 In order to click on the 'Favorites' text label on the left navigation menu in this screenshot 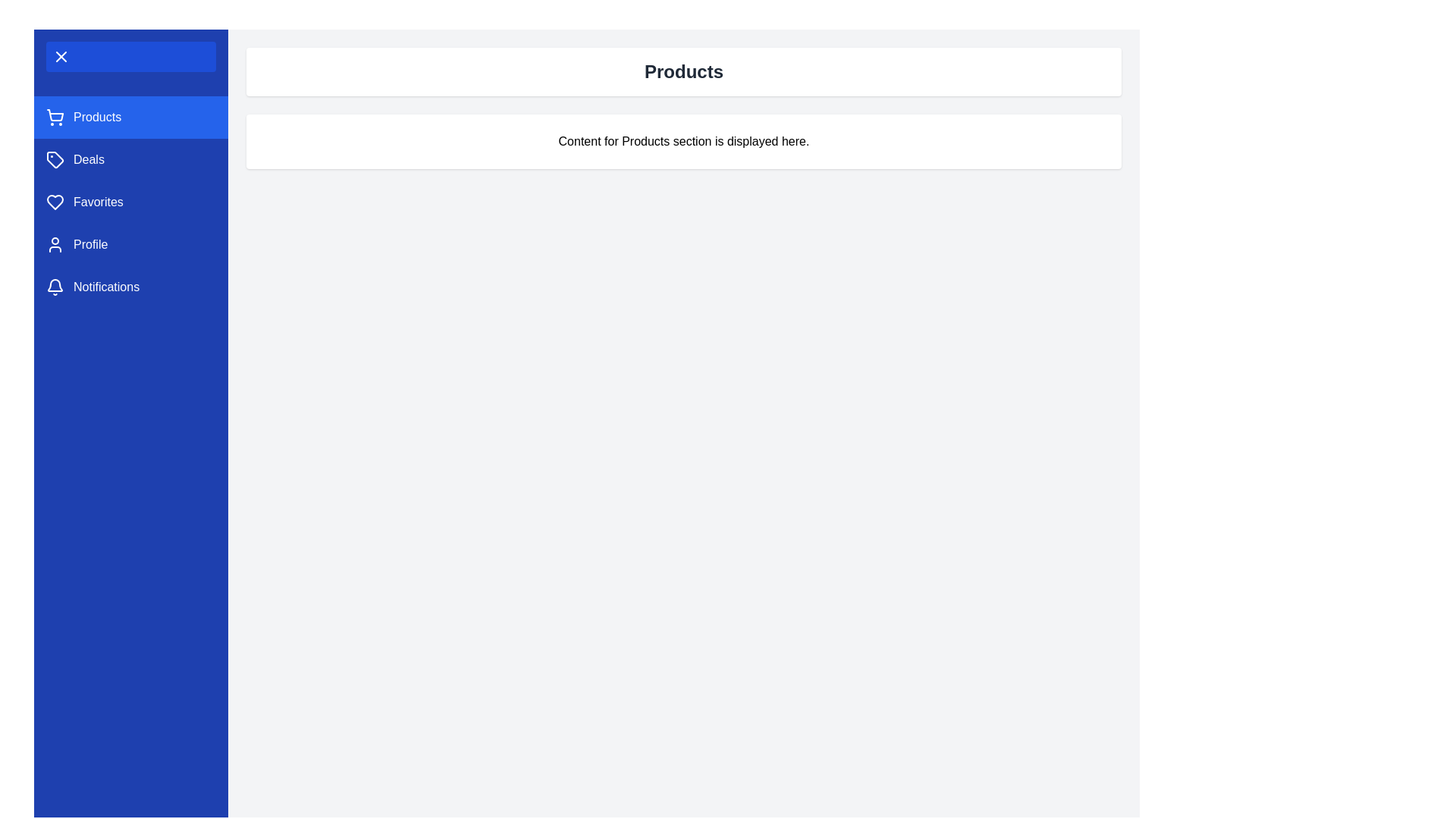, I will do `click(97, 201)`.